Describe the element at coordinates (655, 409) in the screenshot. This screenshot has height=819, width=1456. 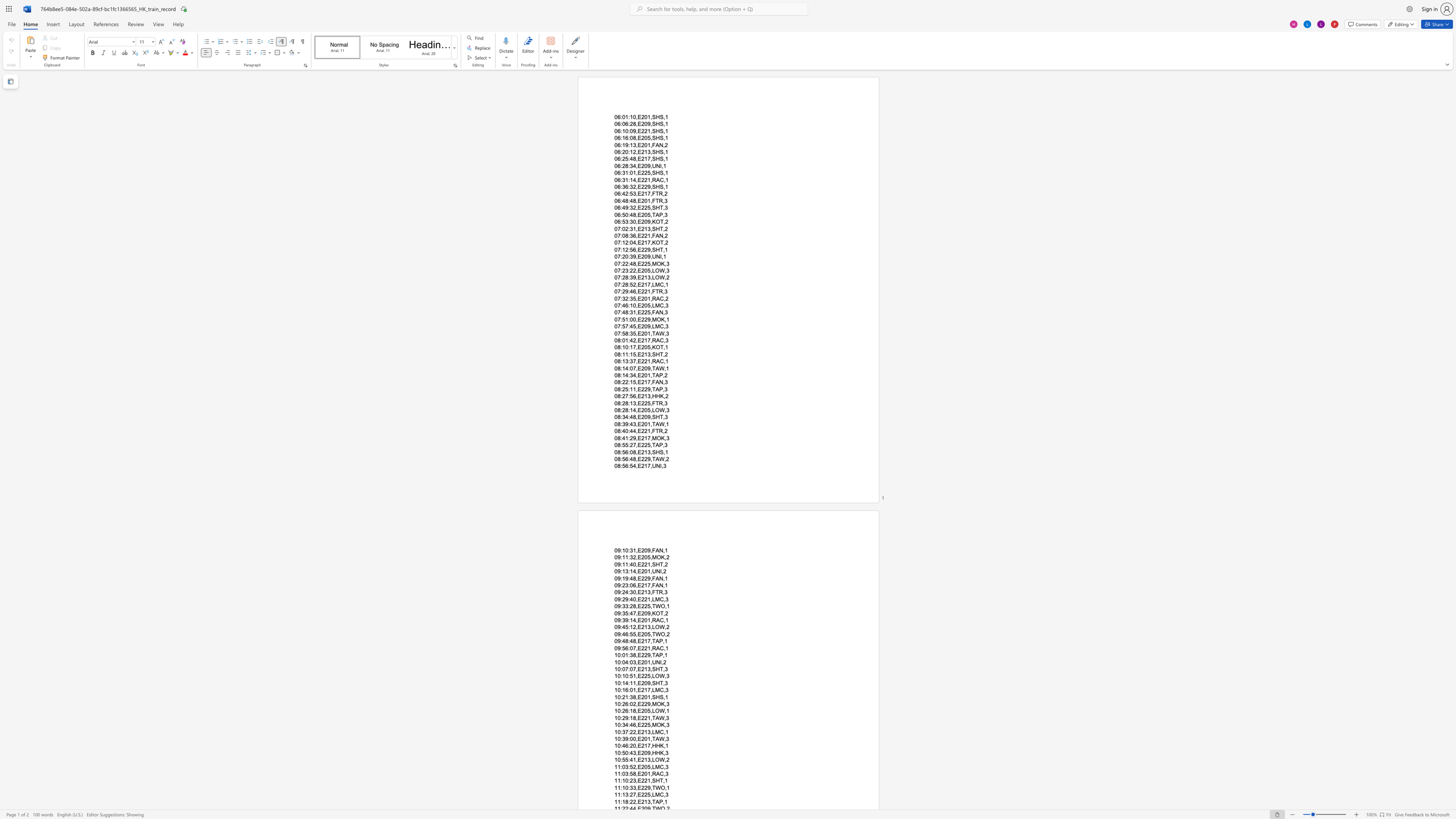
I see `the subset text "OW," within the text "08:28:14,E205,LOW,3"` at that location.